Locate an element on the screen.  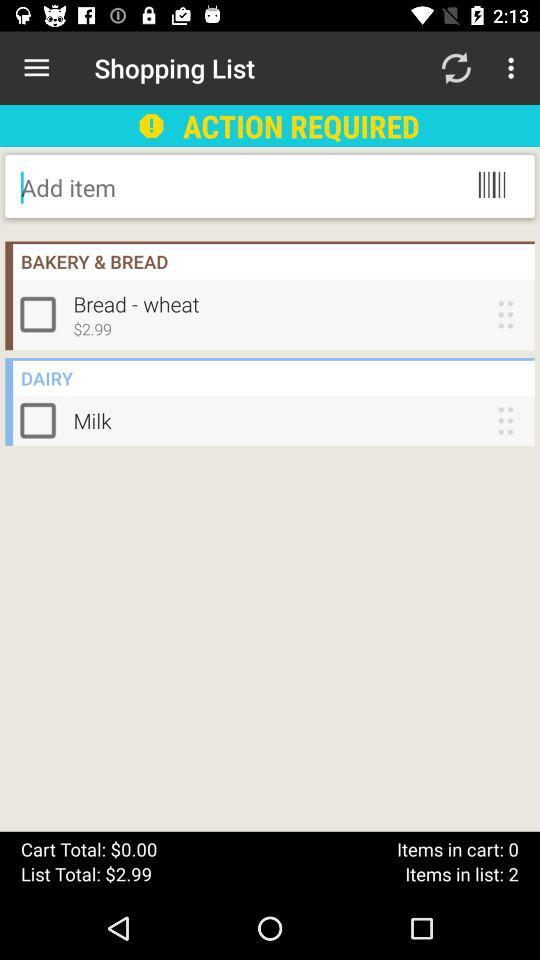
search bar is located at coordinates (181, 187).